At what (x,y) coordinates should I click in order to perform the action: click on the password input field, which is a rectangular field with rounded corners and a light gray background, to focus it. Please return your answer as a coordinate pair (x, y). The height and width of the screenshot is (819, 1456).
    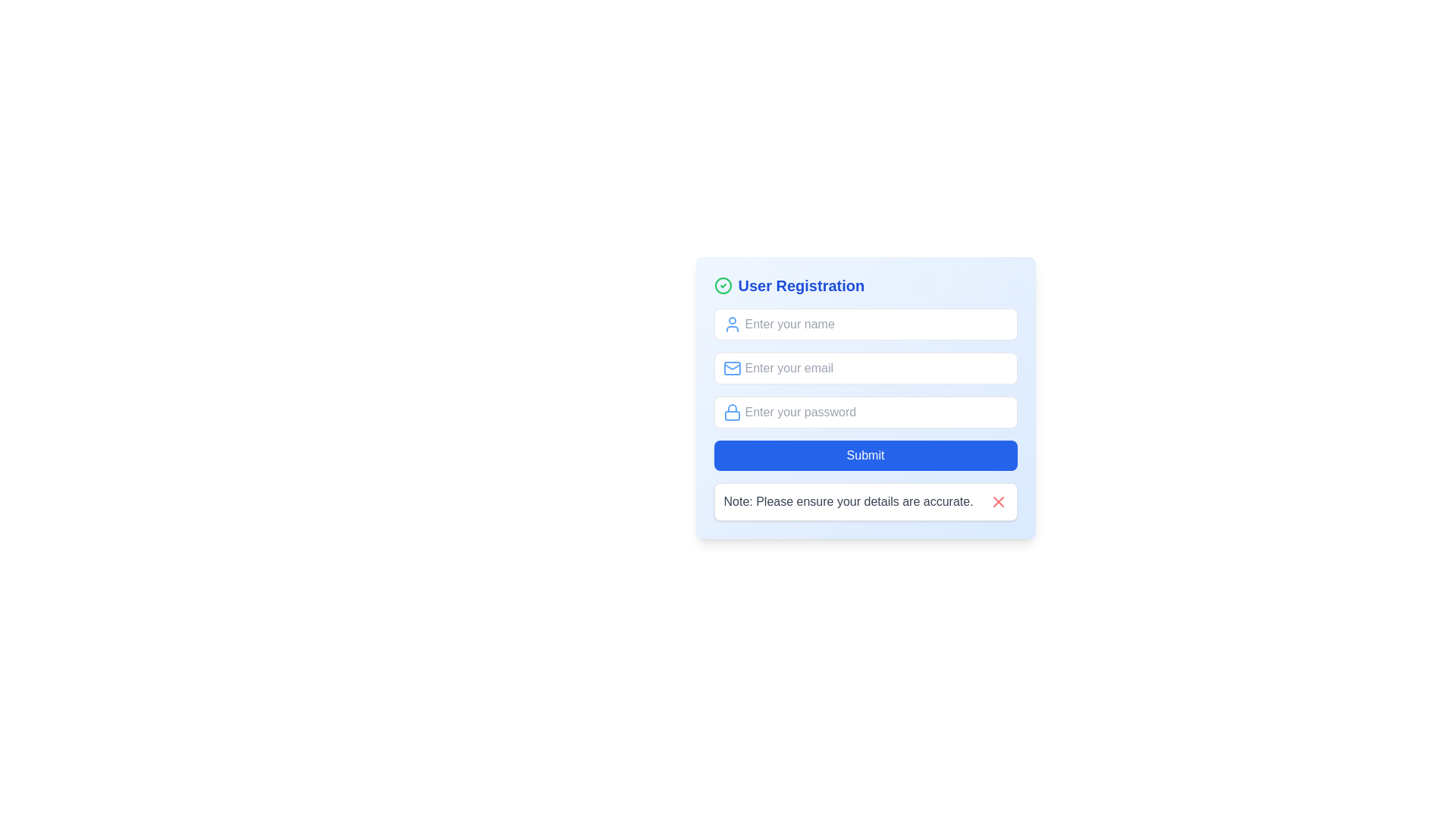
    Looking at the image, I should click on (865, 397).